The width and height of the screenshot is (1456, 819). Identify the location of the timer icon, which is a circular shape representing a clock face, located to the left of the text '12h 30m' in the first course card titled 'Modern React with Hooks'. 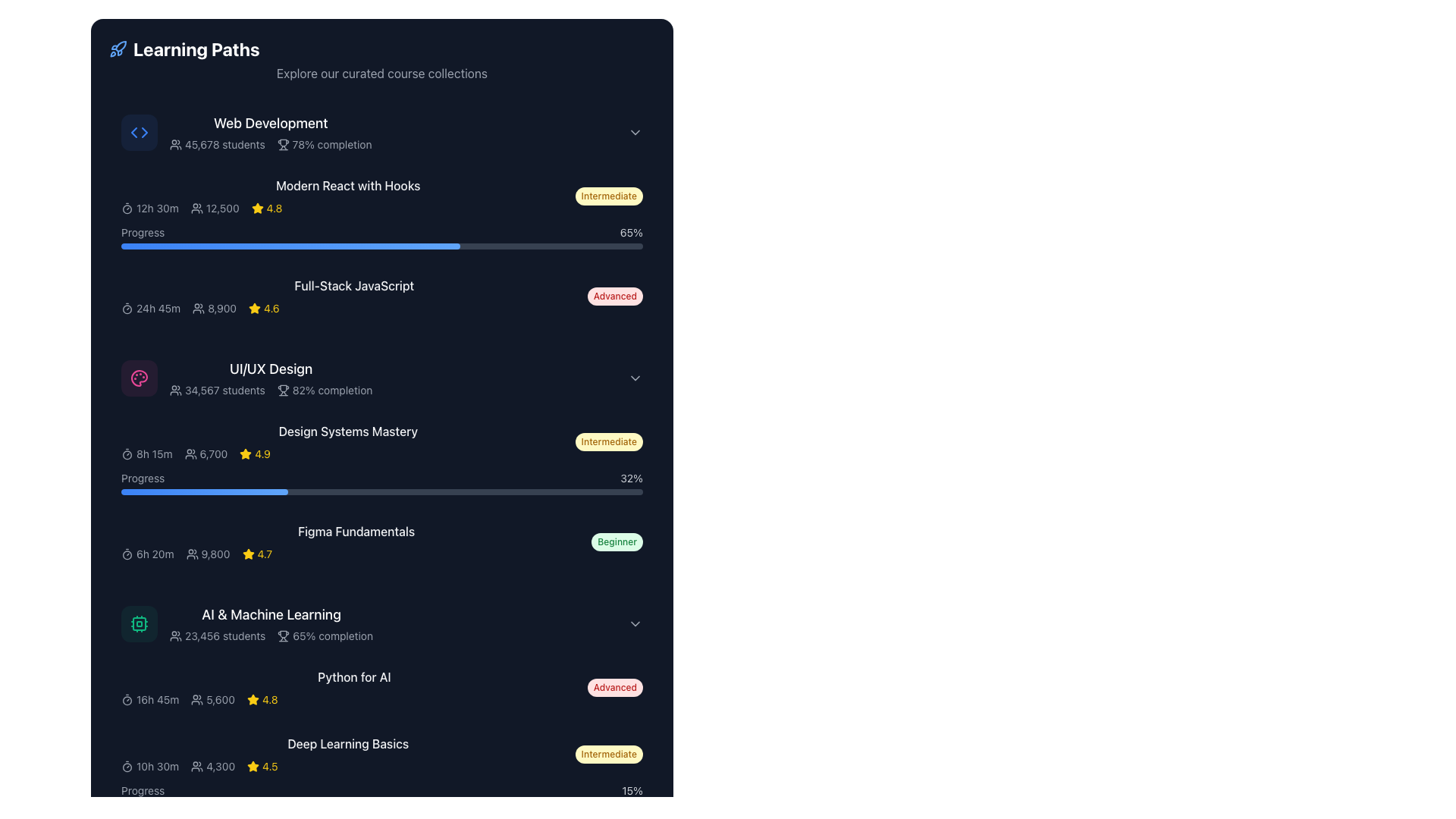
(127, 208).